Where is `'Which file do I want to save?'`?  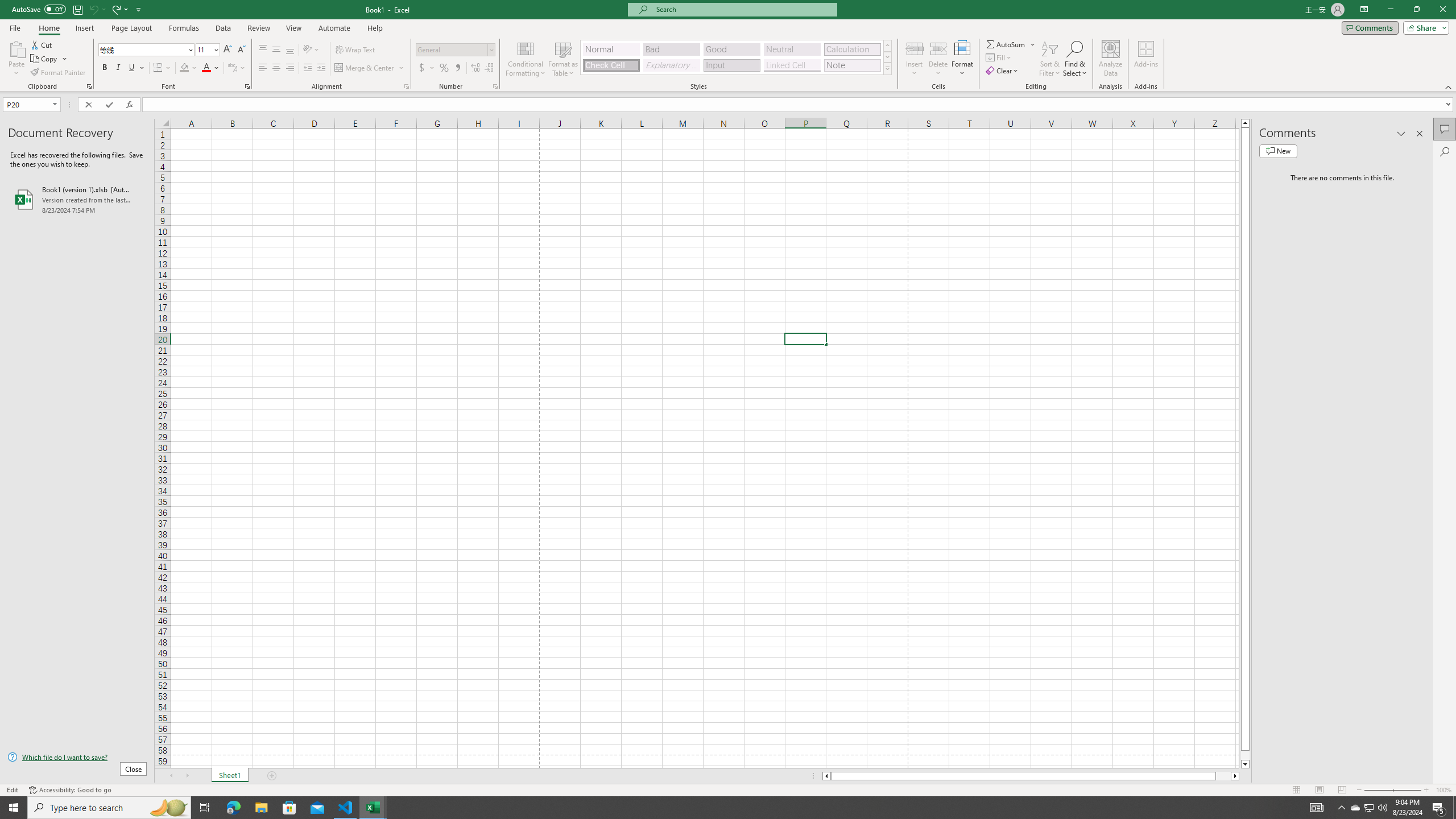 'Which file do I want to save?' is located at coordinates (76, 758).